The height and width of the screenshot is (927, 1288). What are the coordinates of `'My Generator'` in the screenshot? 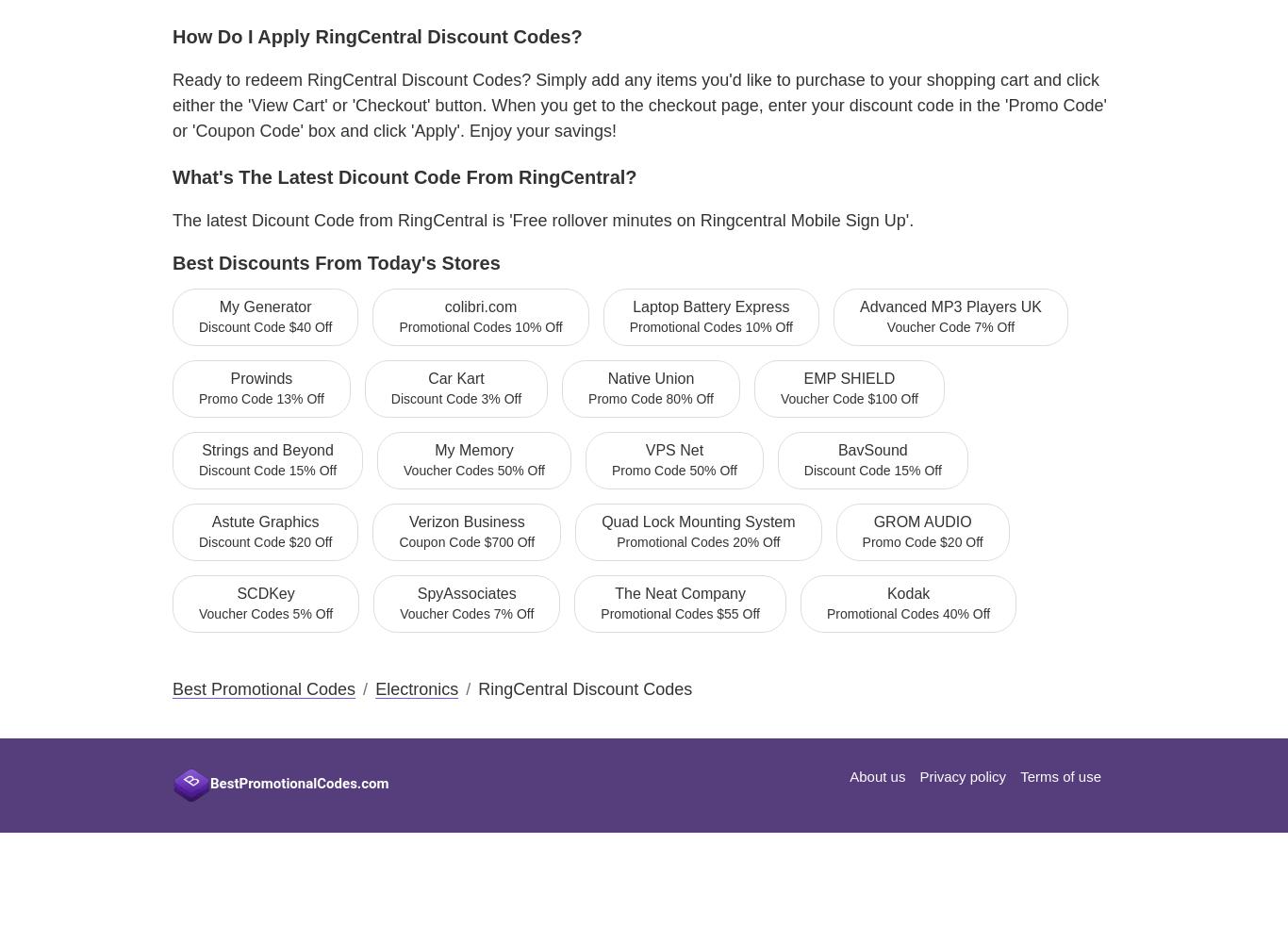 It's located at (264, 306).